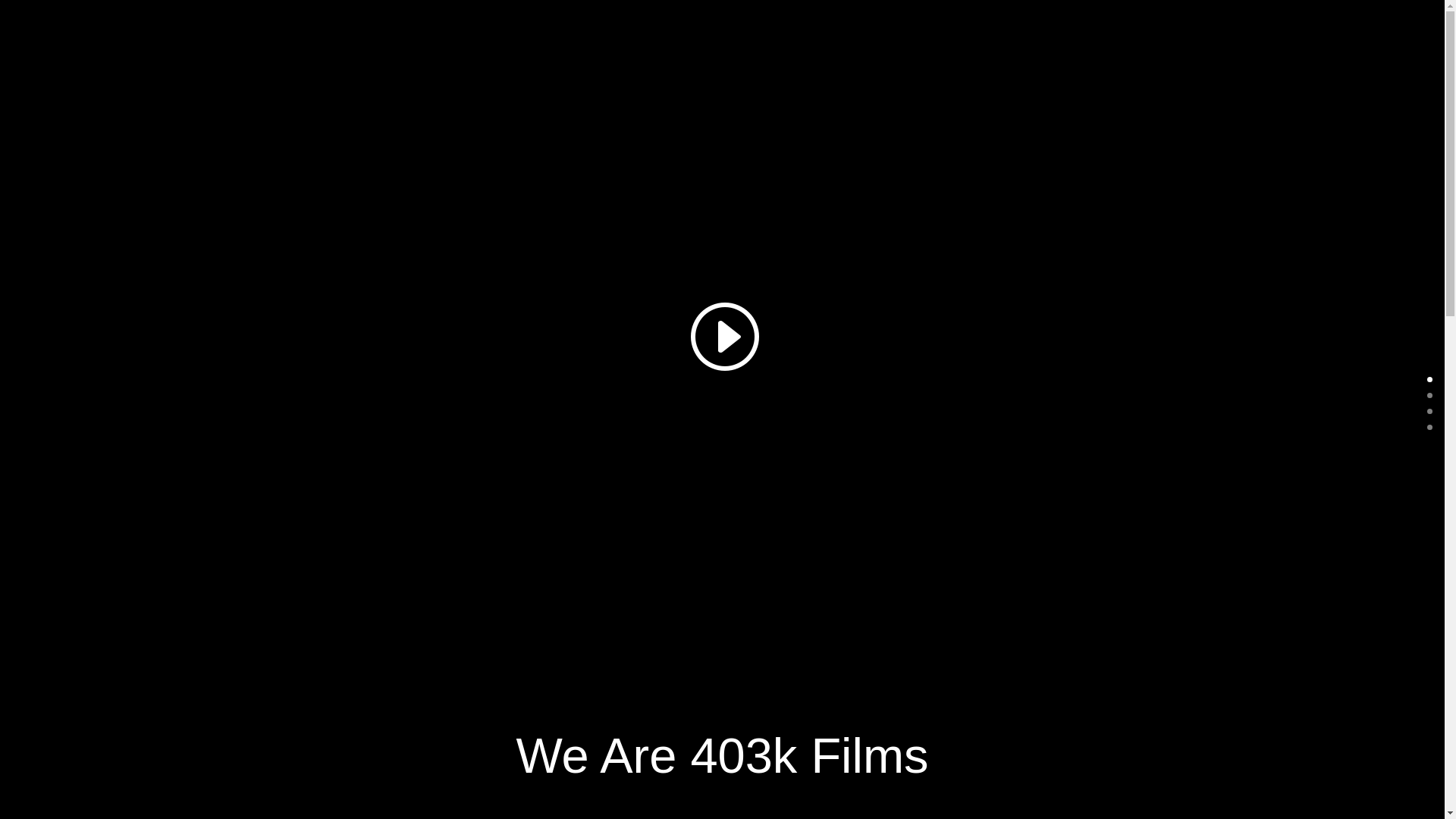  I want to click on 'Make Sneaker Culture Great Again - Web Series Teaser', so click(721, 334).